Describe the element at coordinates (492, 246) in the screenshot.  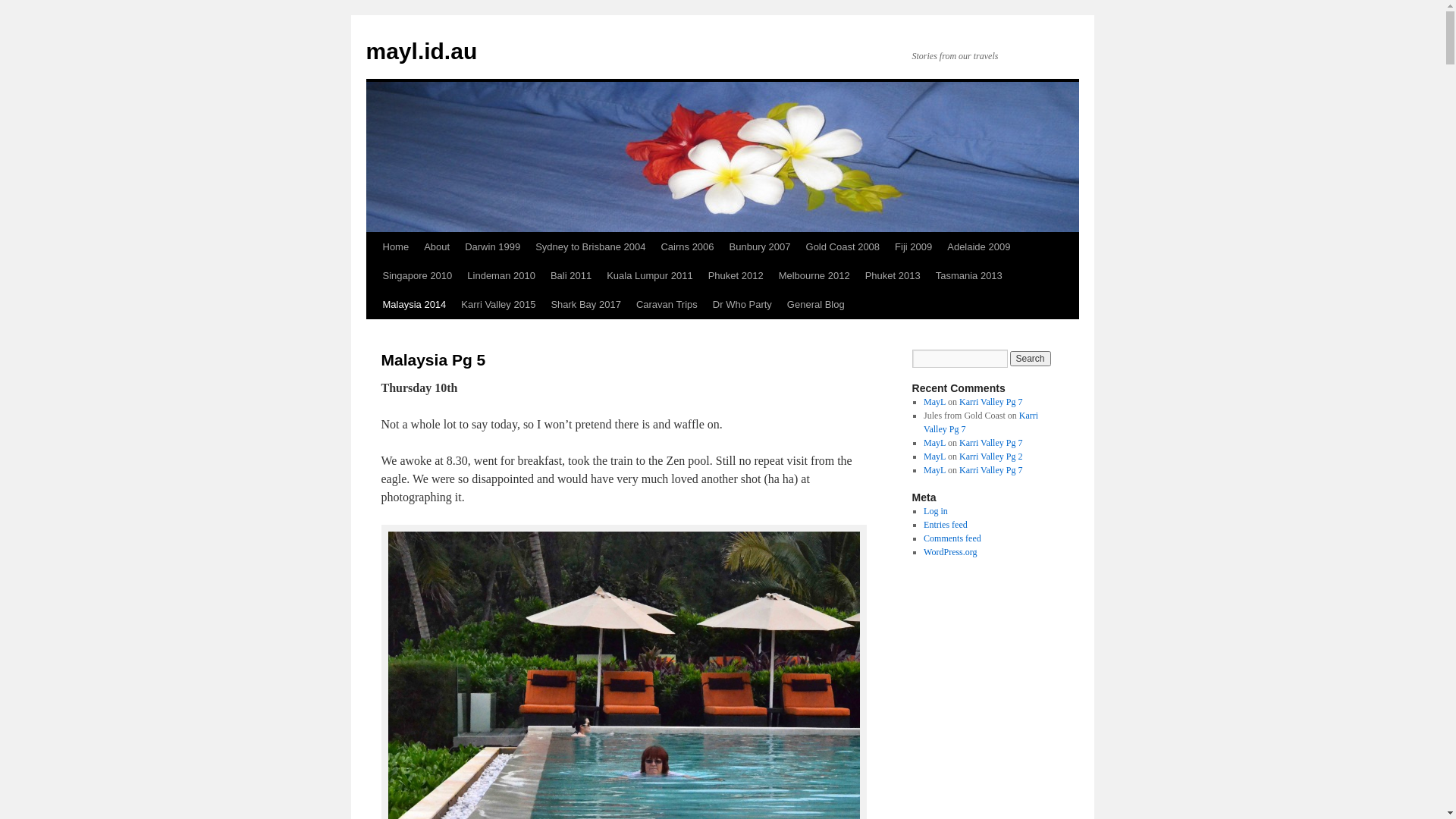
I see `'Darwin 1999'` at that location.